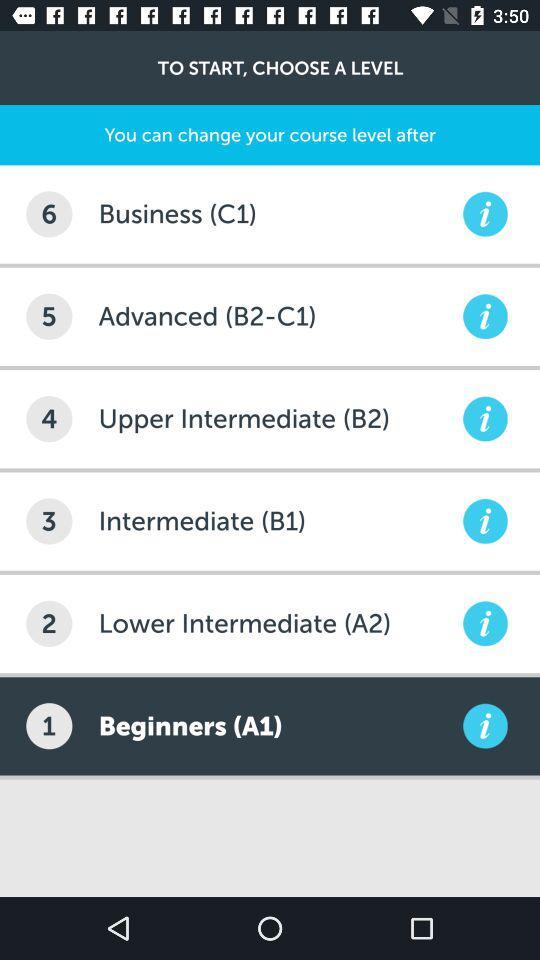 This screenshot has width=540, height=960. I want to click on more information, so click(484, 725).